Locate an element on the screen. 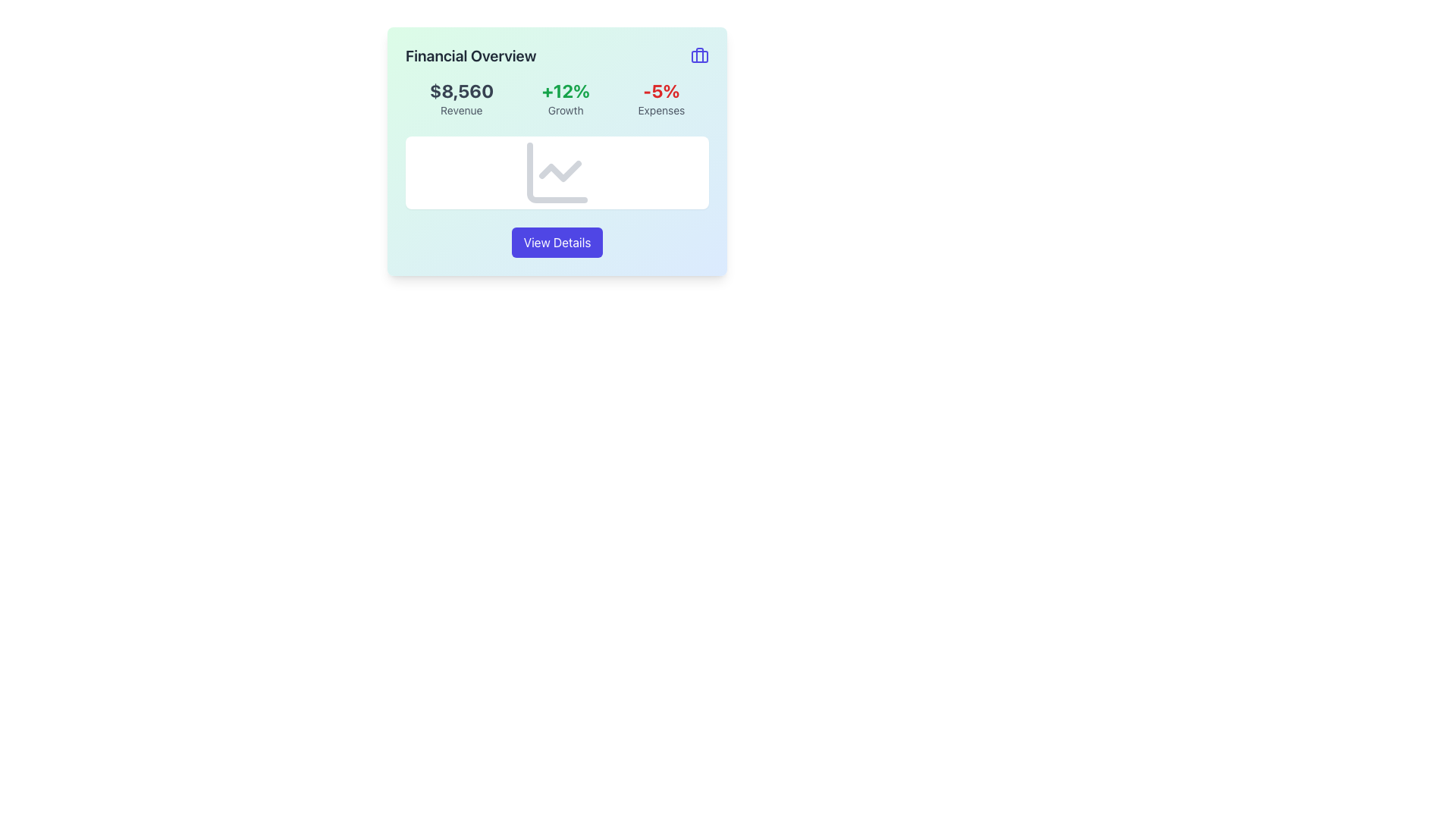 This screenshot has width=1456, height=819. the positive growth percentage text element located under 'Financial Overview' between 'Revenue' and 'Expenses' is located at coordinates (565, 90).